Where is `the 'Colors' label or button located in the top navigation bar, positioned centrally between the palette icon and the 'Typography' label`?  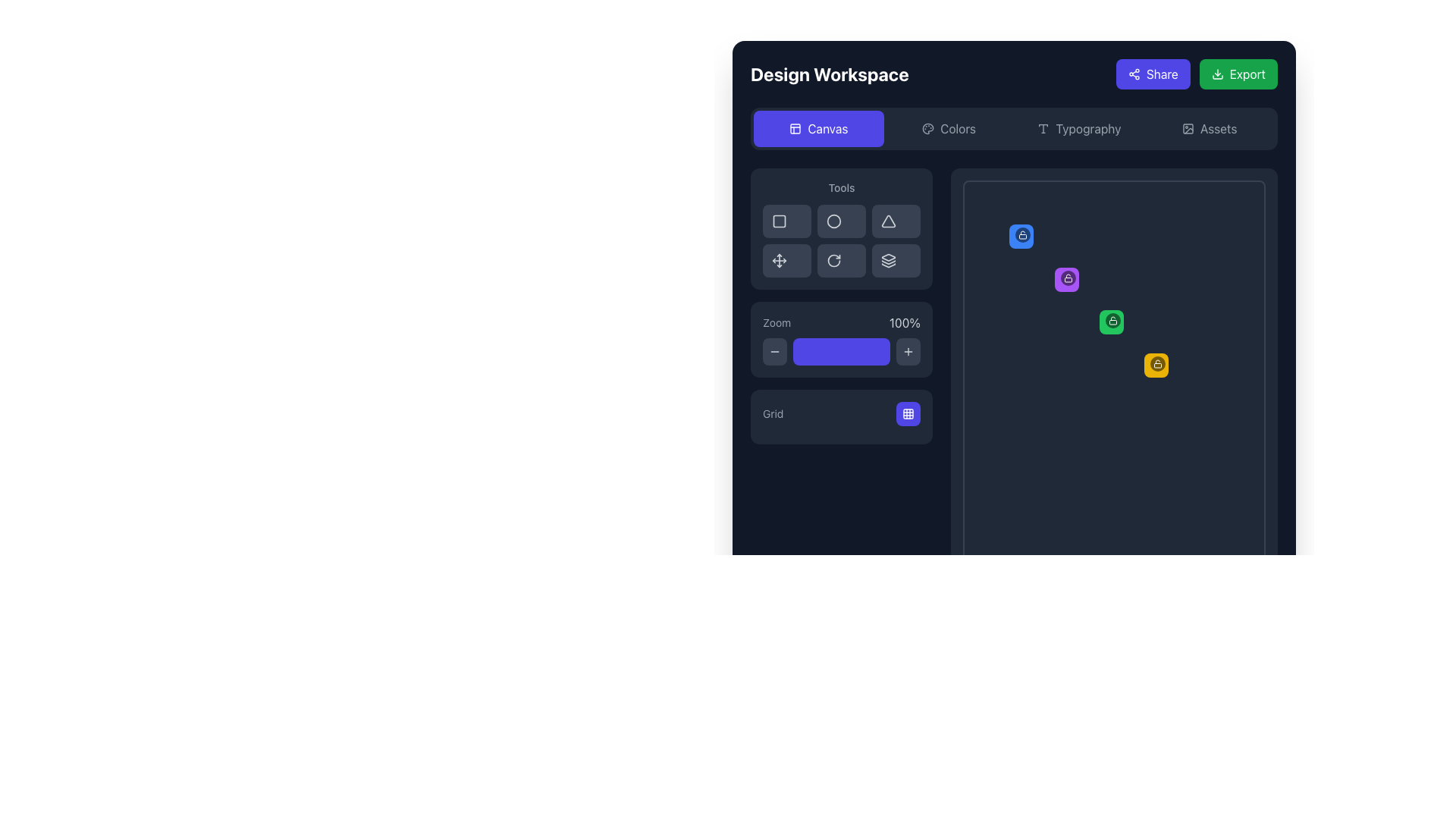
the 'Colors' label or button located in the top navigation bar, positioned centrally between the palette icon and the 'Typography' label is located at coordinates (957, 127).